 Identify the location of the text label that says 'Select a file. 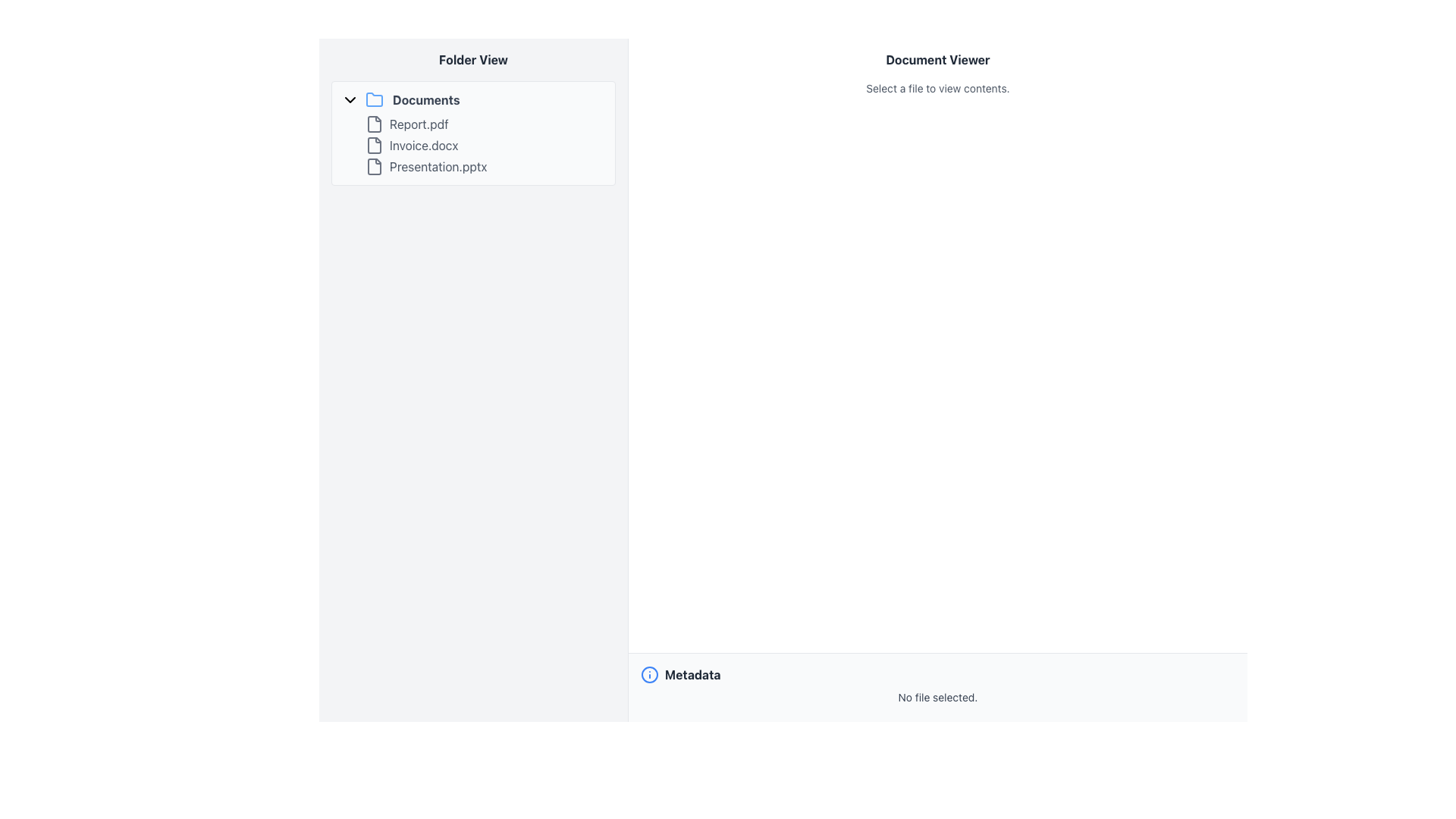
(937, 88).